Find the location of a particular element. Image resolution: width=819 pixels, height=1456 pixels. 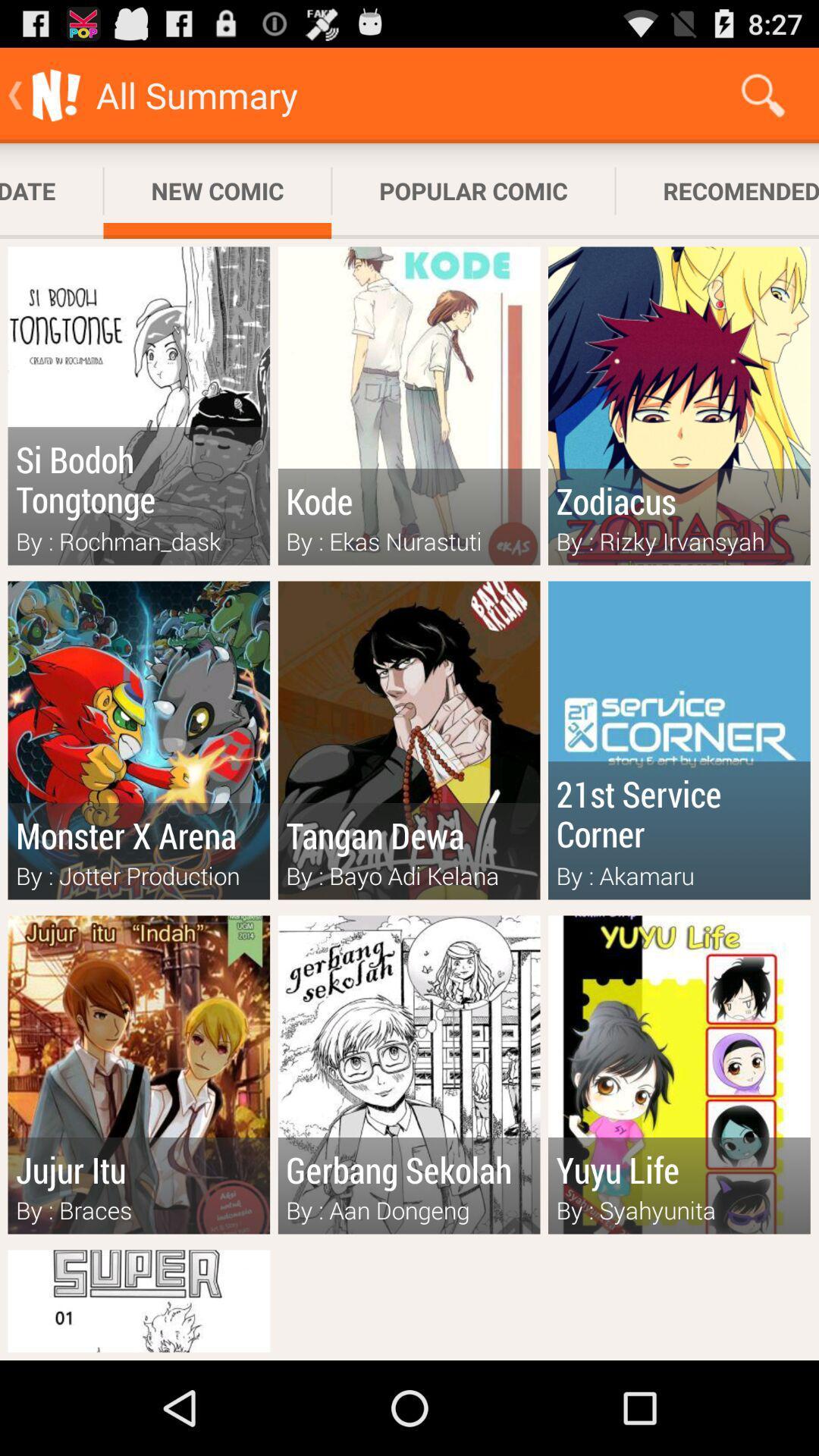

icon to the right of popular comic is located at coordinates (763, 94).